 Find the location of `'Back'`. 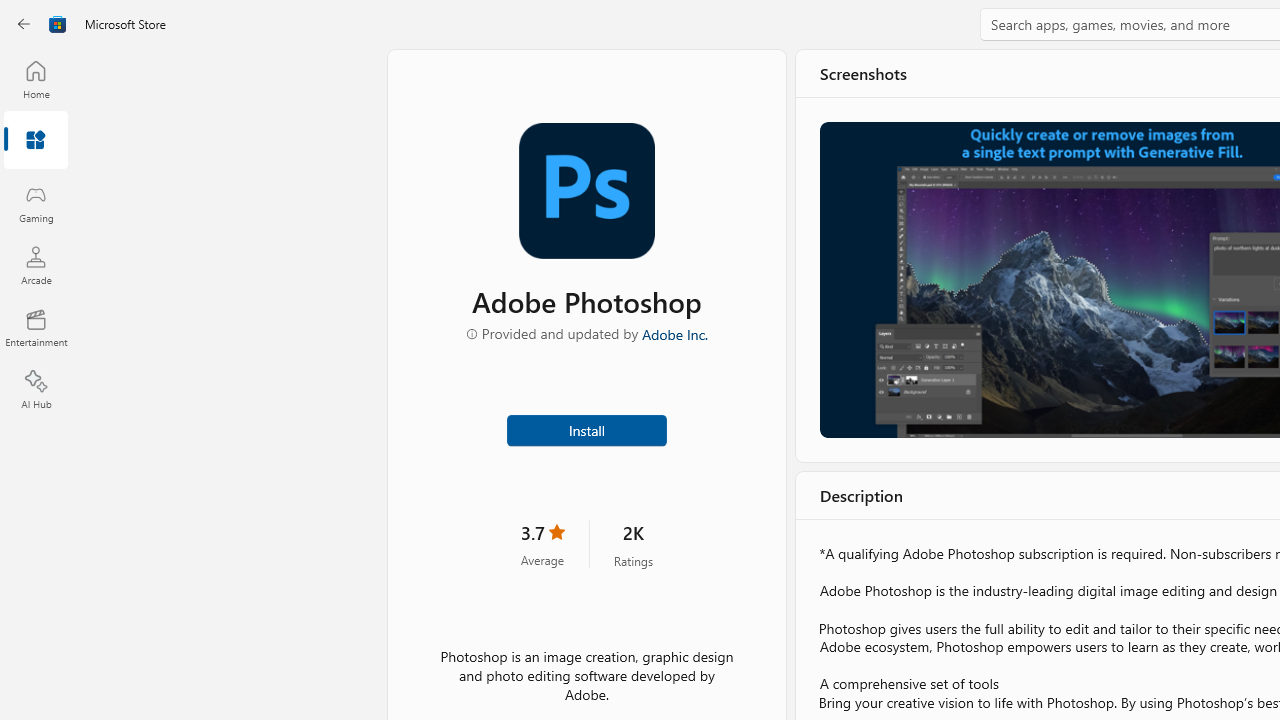

'Back' is located at coordinates (24, 24).